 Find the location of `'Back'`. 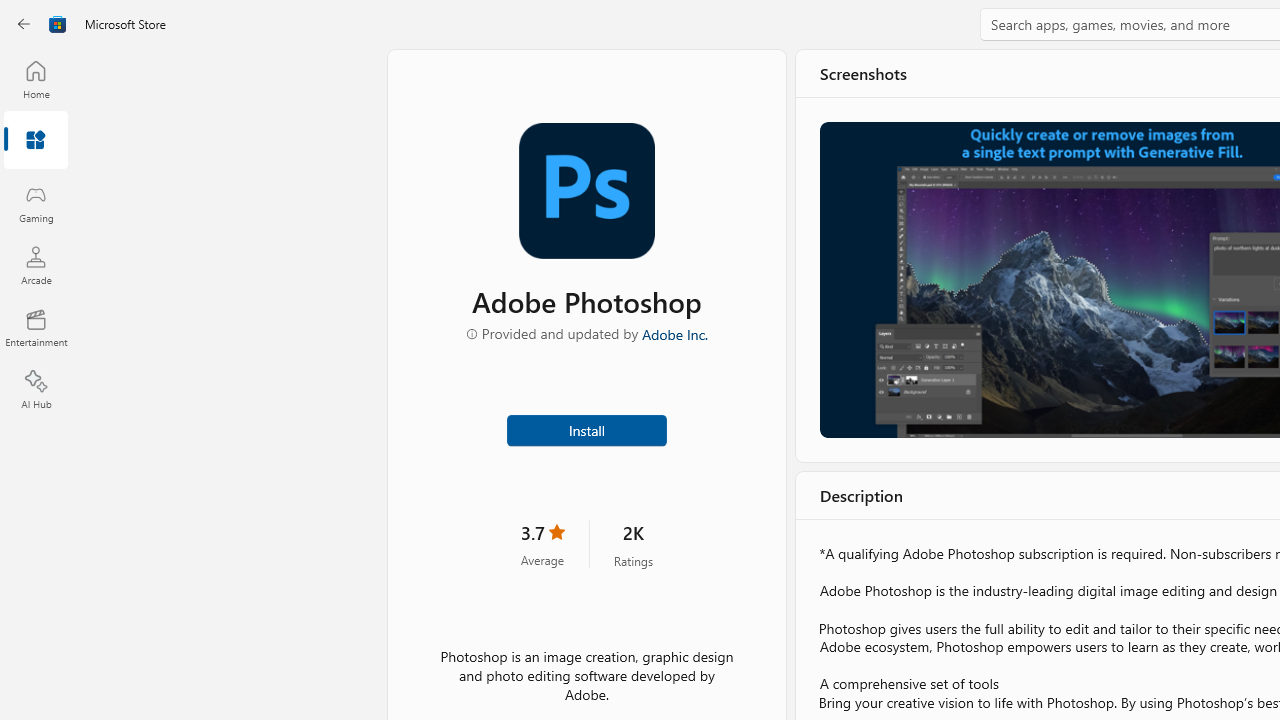

'Back' is located at coordinates (24, 24).